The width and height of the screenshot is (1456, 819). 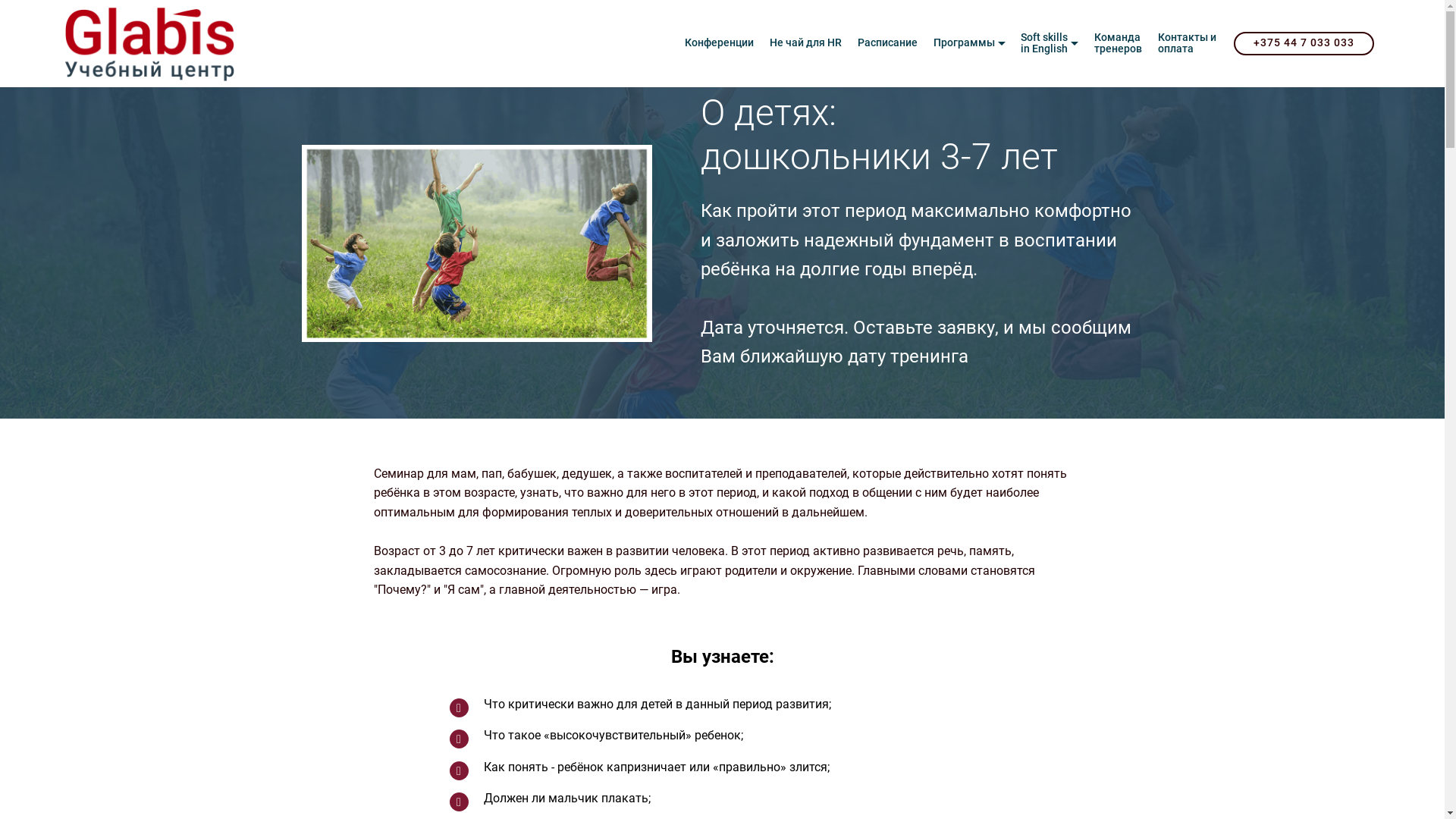 What do you see at coordinates (1303, 42) in the screenshot?
I see `'+375 44 7 033 033'` at bounding box center [1303, 42].